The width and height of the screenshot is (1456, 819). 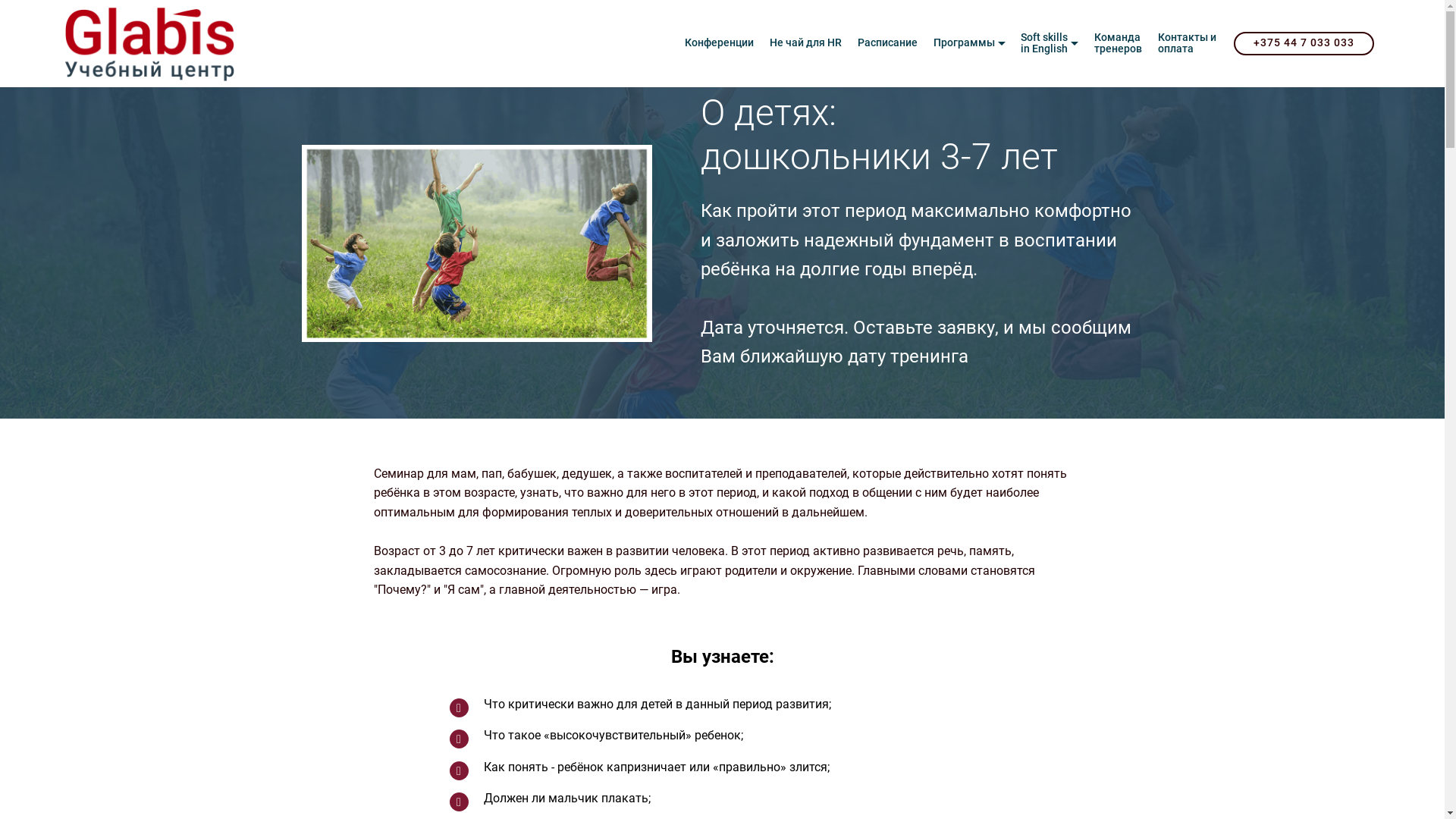 What do you see at coordinates (1303, 42) in the screenshot?
I see `'+375 44 7 033 033'` at bounding box center [1303, 42].